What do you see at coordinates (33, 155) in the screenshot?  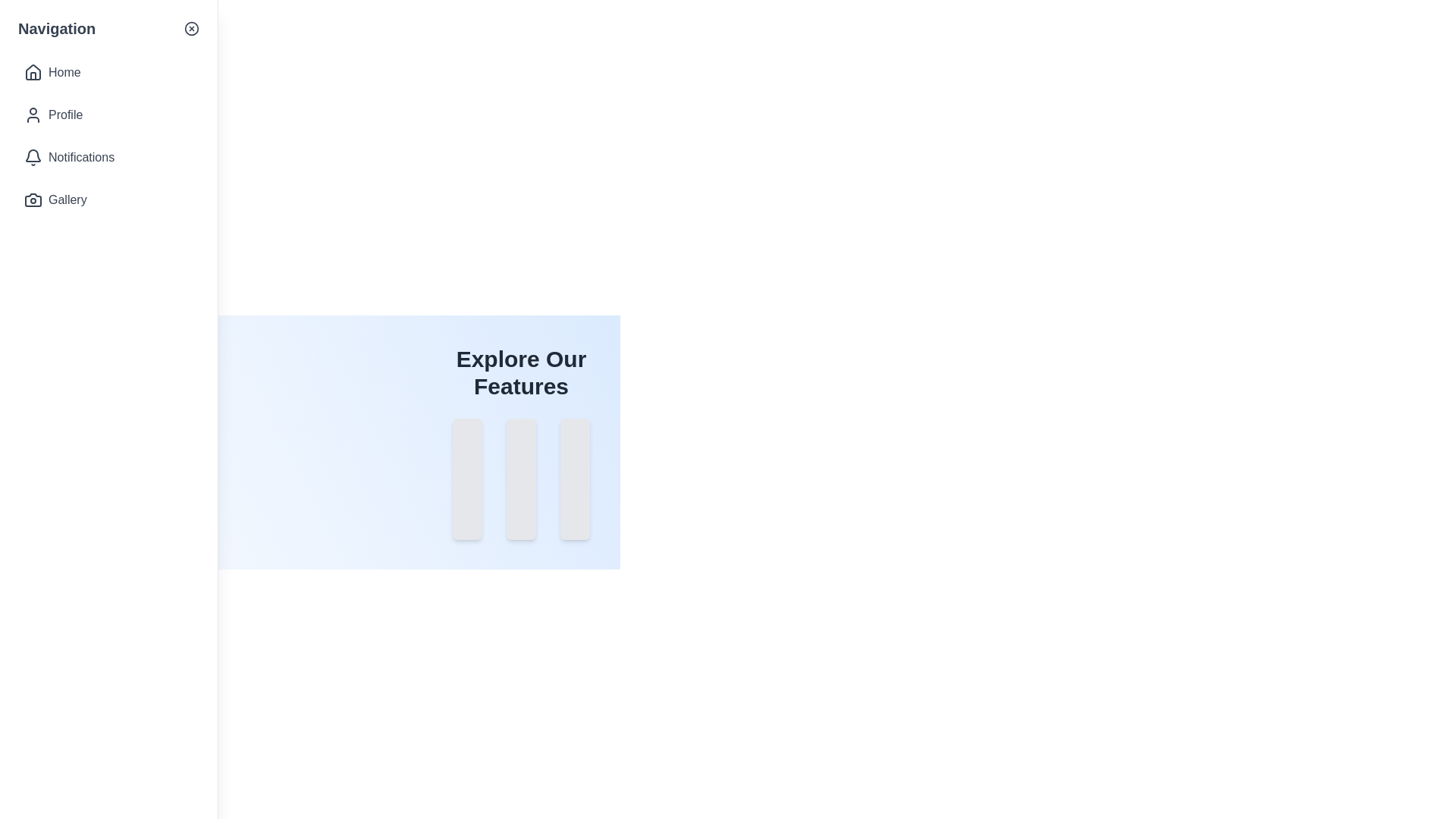 I see `the bell-shaped vector graphic icon representing notifications in the sidebar navigation menu, located just above the 'Notifications' text` at bounding box center [33, 155].